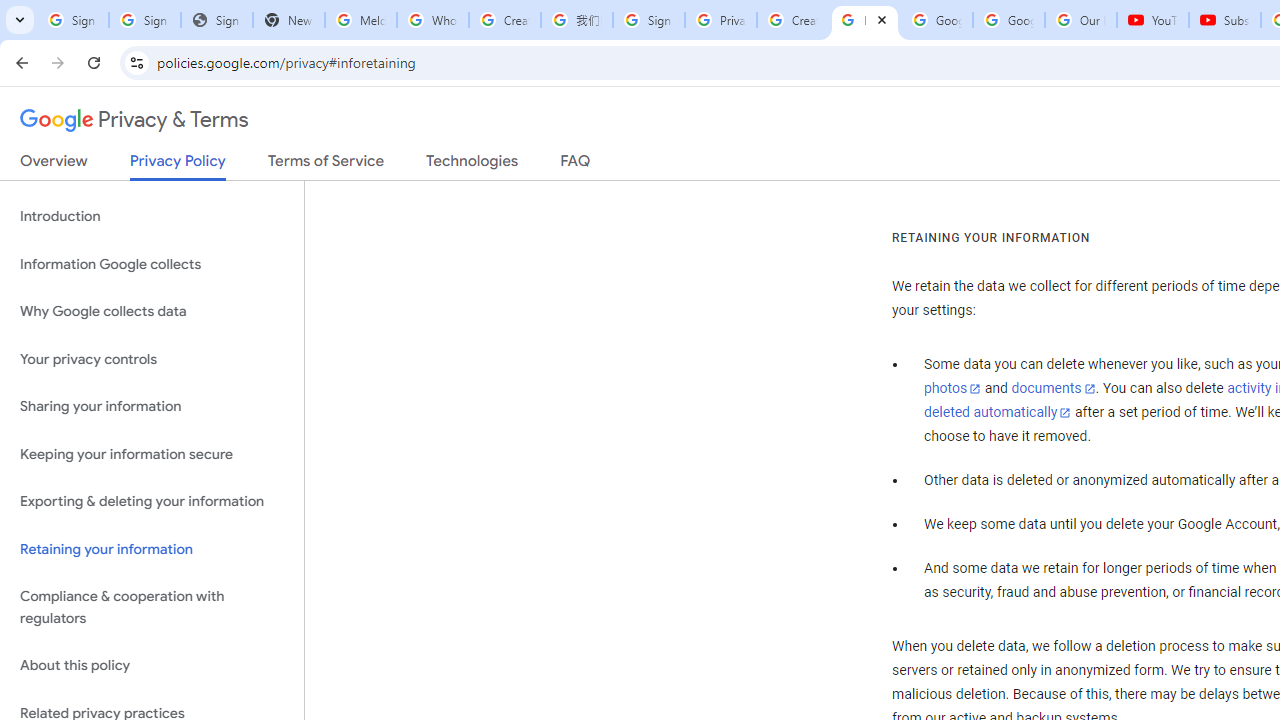 This screenshot has width=1280, height=720. Describe the element at coordinates (1008, 20) in the screenshot. I see `'Google Account'` at that location.